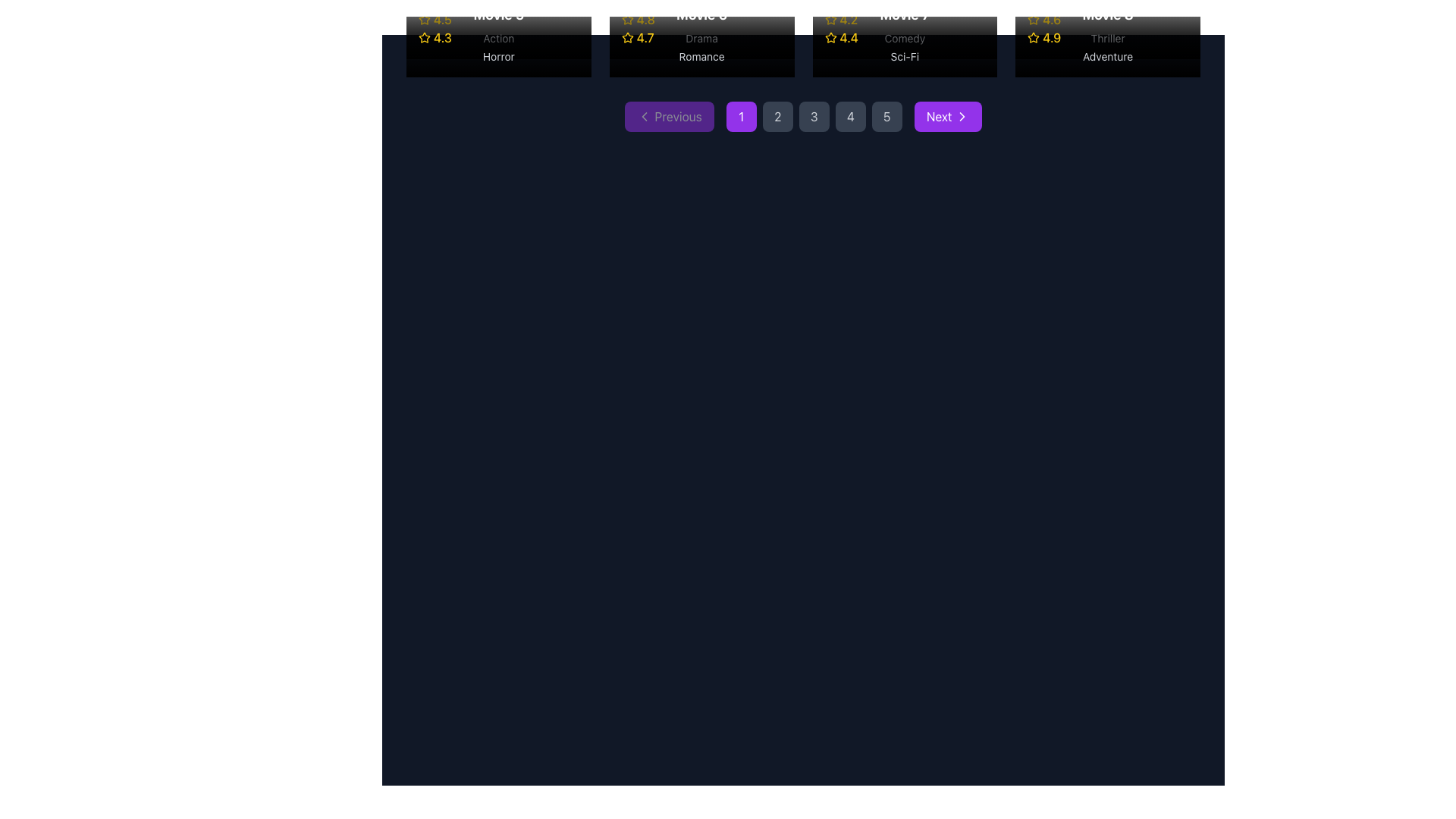 The image size is (1456, 819). I want to click on the star icon representing a 4.9 rating in the 'Thriller, Adventure' category tile, which is the only star icon in this rating group, so click(1033, 36).